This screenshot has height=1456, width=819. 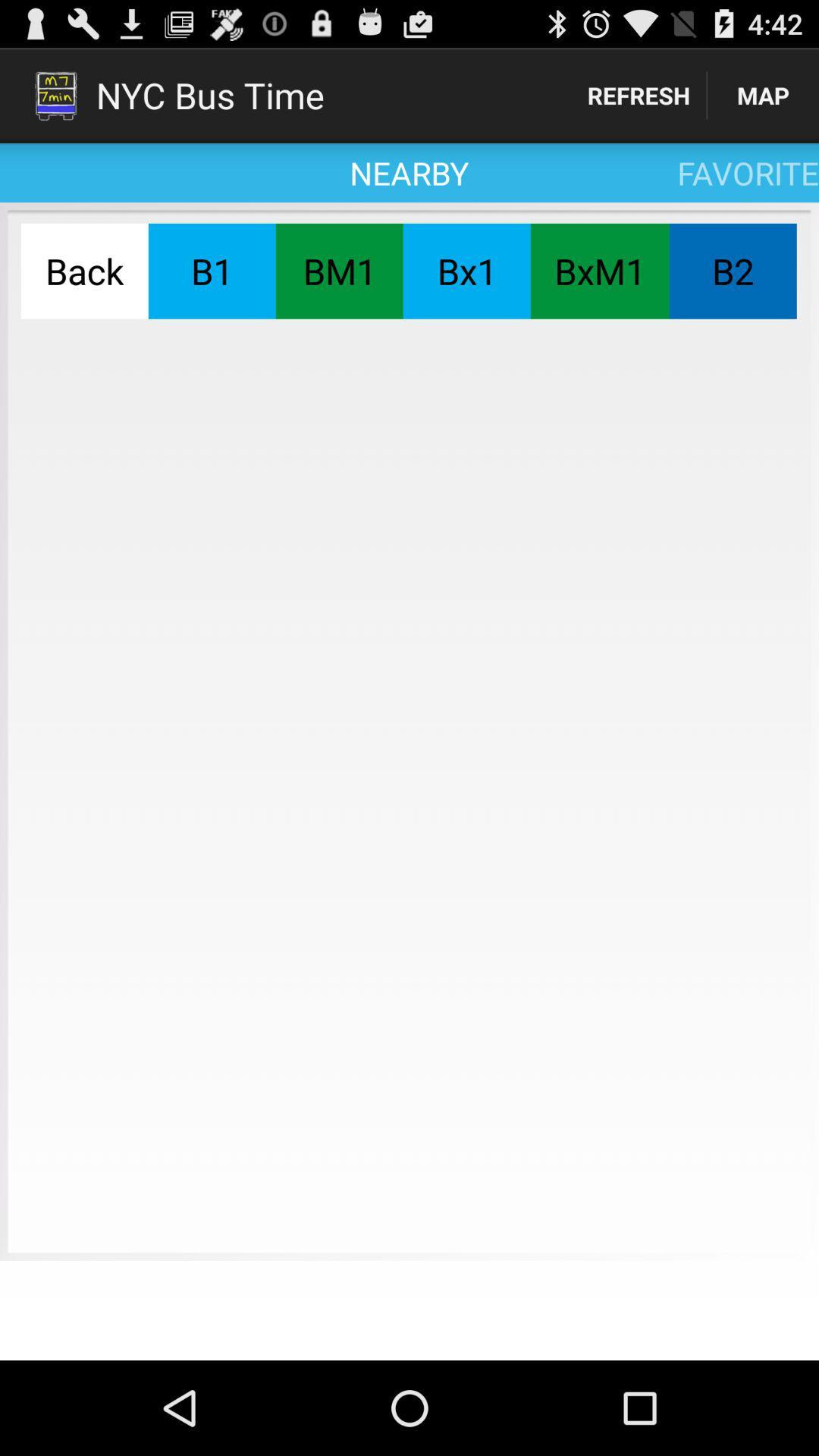 I want to click on bx1 icon, so click(x=466, y=271).